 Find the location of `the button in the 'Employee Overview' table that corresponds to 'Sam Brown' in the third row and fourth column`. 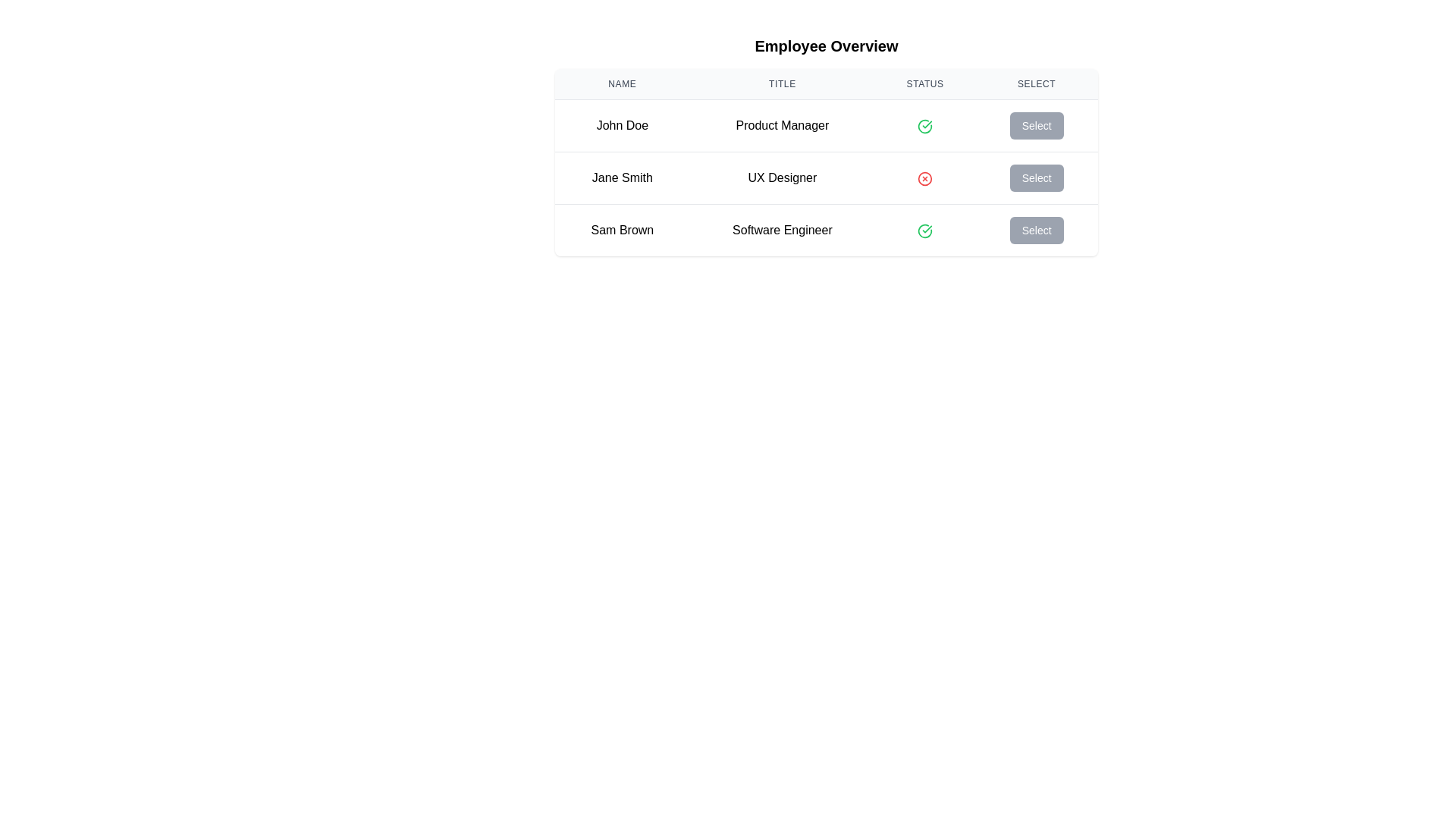

the button in the 'Employee Overview' table that corresponds to 'Sam Brown' in the third row and fourth column is located at coordinates (1036, 231).